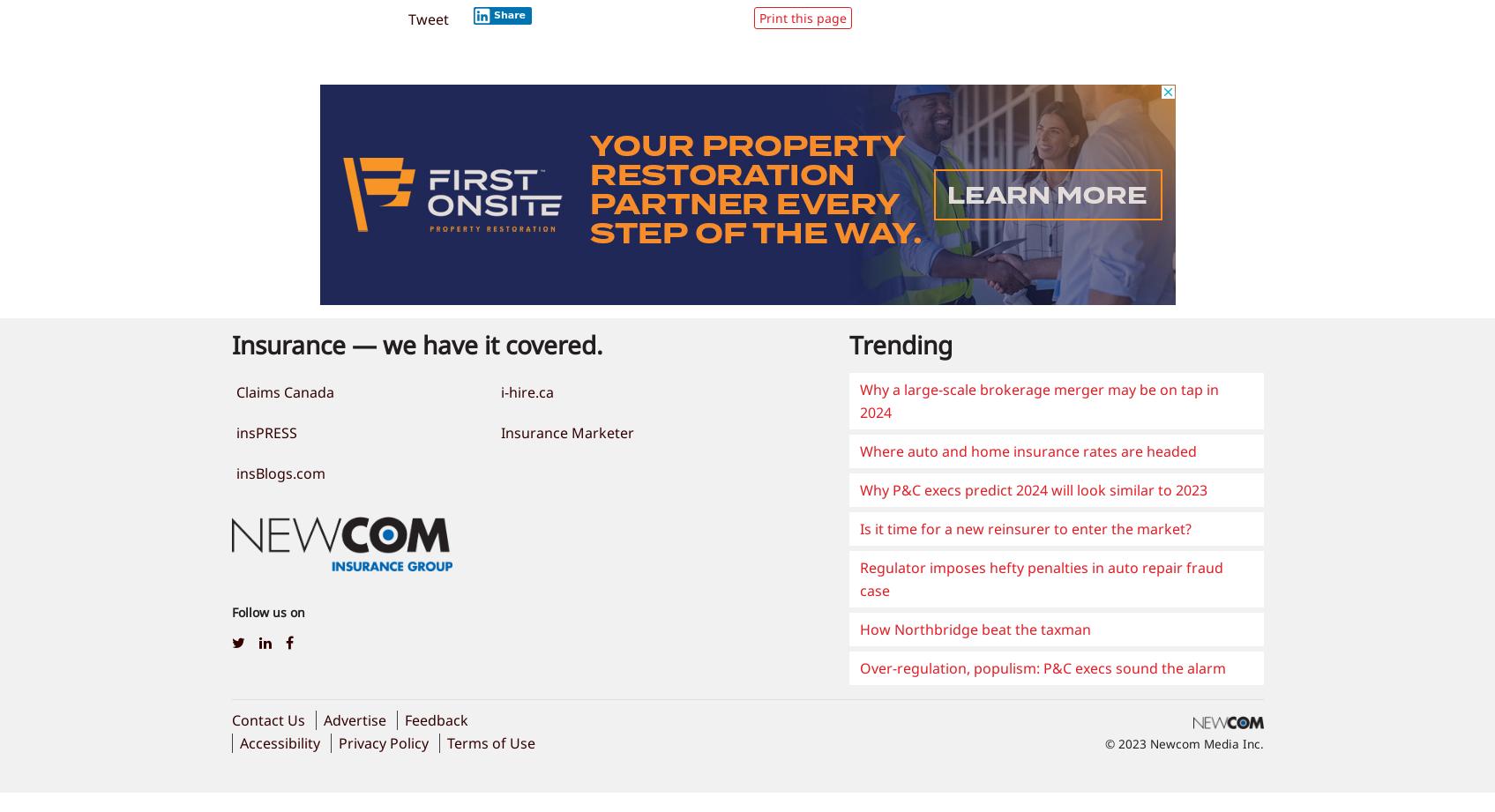 This screenshot has height=812, width=1495. What do you see at coordinates (382, 741) in the screenshot?
I see `'Privacy Policy'` at bounding box center [382, 741].